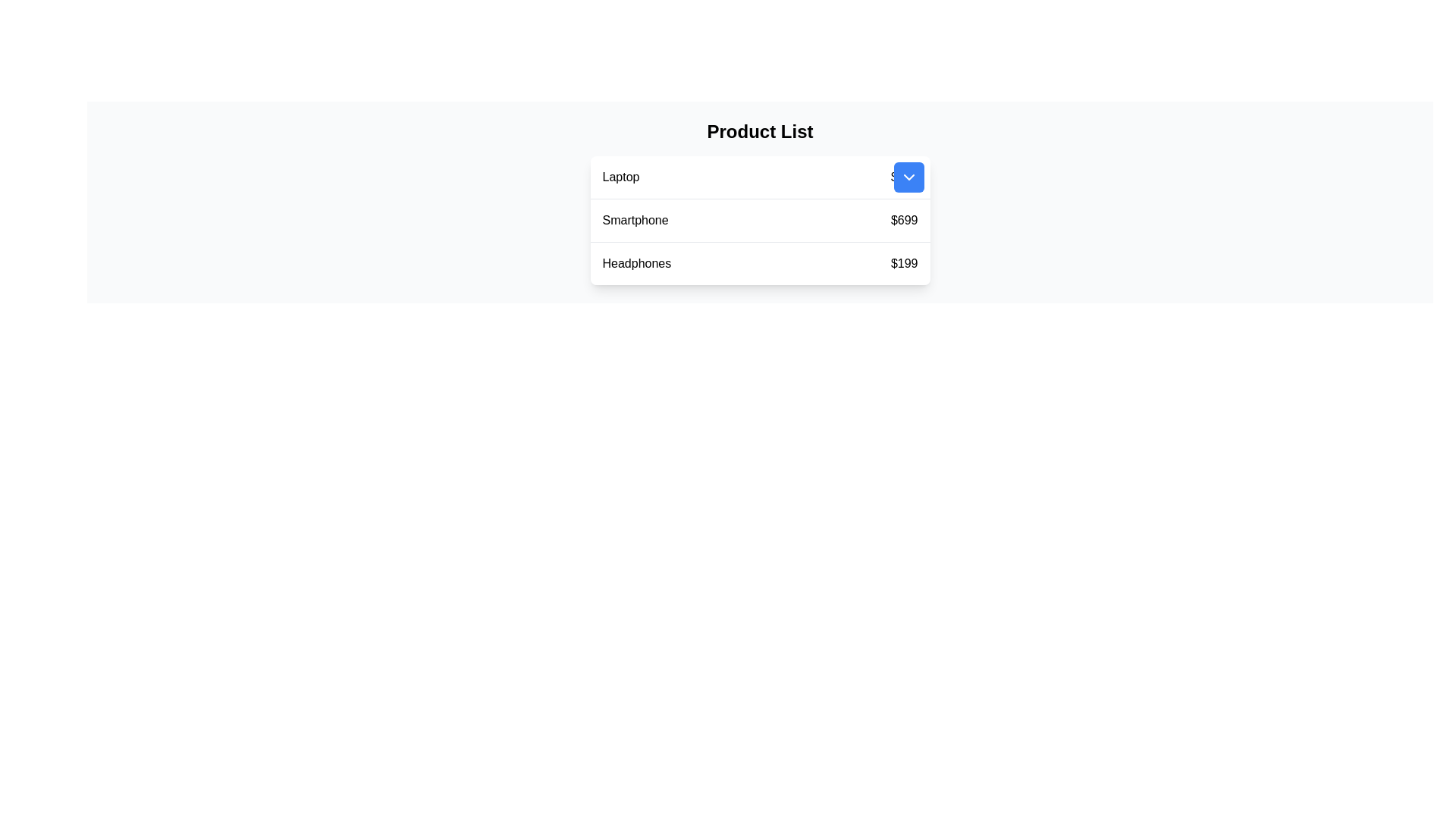 The image size is (1456, 819). Describe the element at coordinates (760, 221) in the screenshot. I see `the list item displaying 'Smartphone' priced at '$699', which is the second item in the 'Product List'` at that location.